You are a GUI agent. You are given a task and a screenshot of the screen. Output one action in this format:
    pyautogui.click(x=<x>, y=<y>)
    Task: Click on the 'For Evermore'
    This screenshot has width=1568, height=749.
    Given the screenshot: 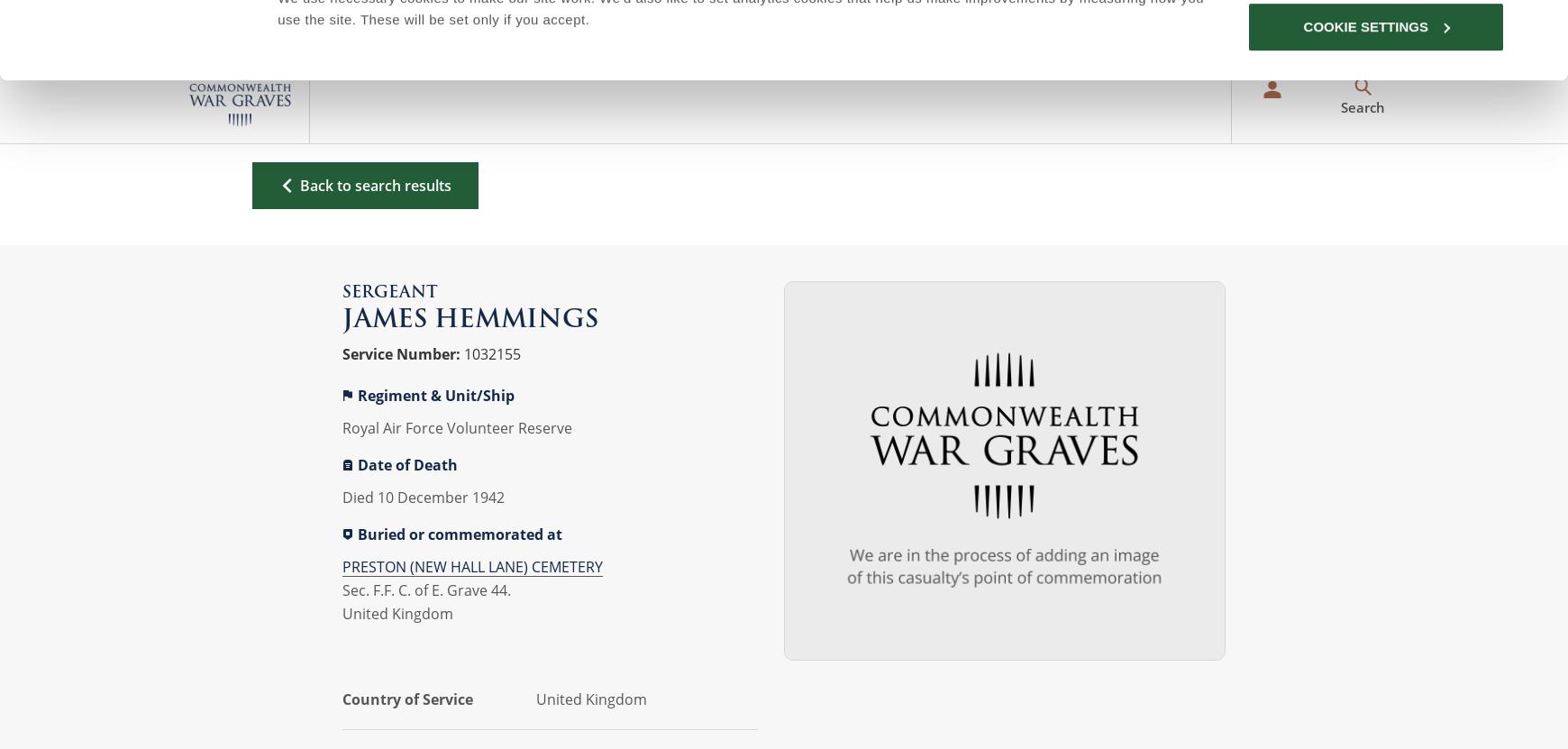 What is the action you would take?
    pyautogui.click(x=1073, y=96)
    